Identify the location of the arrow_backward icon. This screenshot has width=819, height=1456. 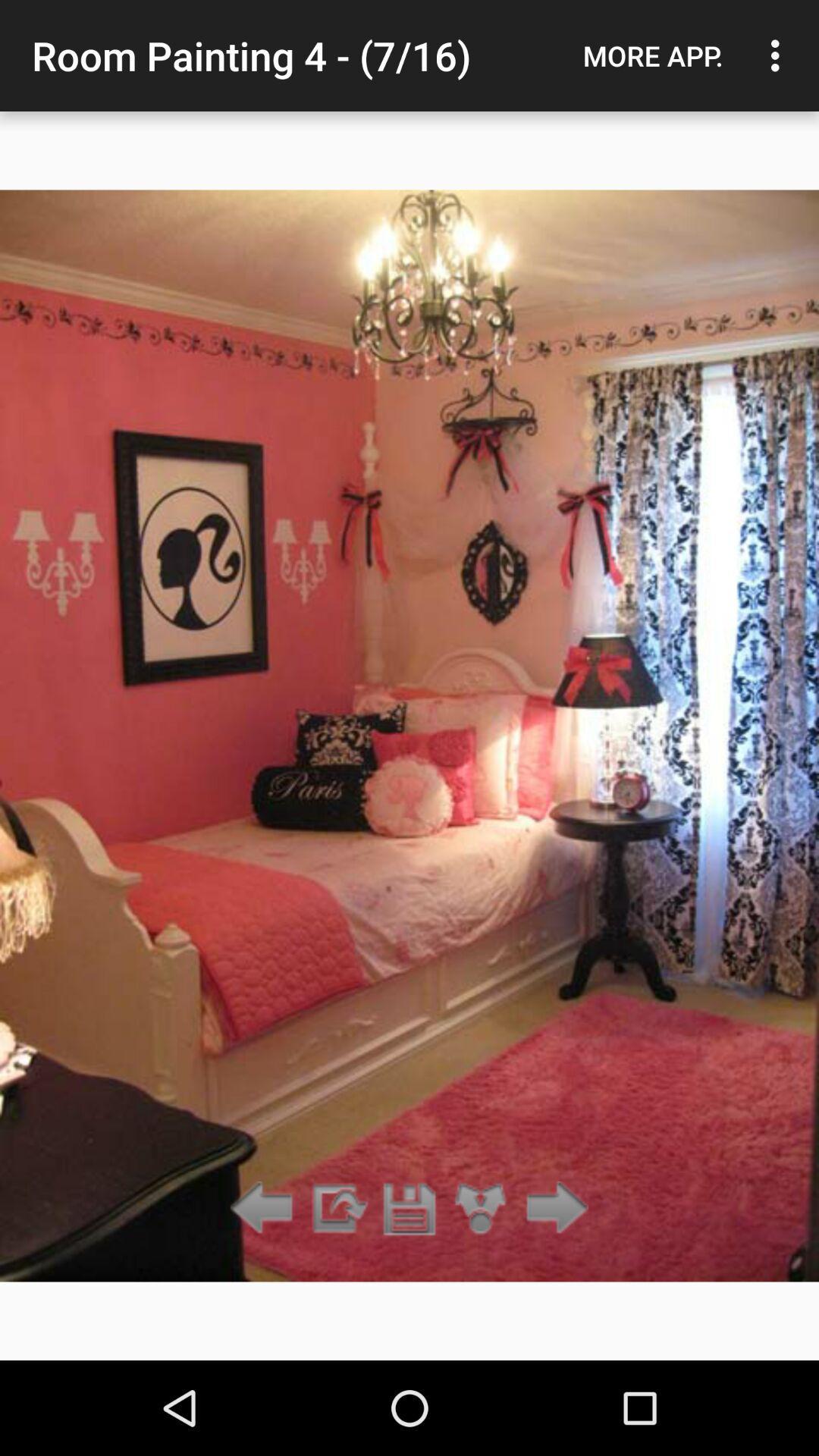
(265, 1208).